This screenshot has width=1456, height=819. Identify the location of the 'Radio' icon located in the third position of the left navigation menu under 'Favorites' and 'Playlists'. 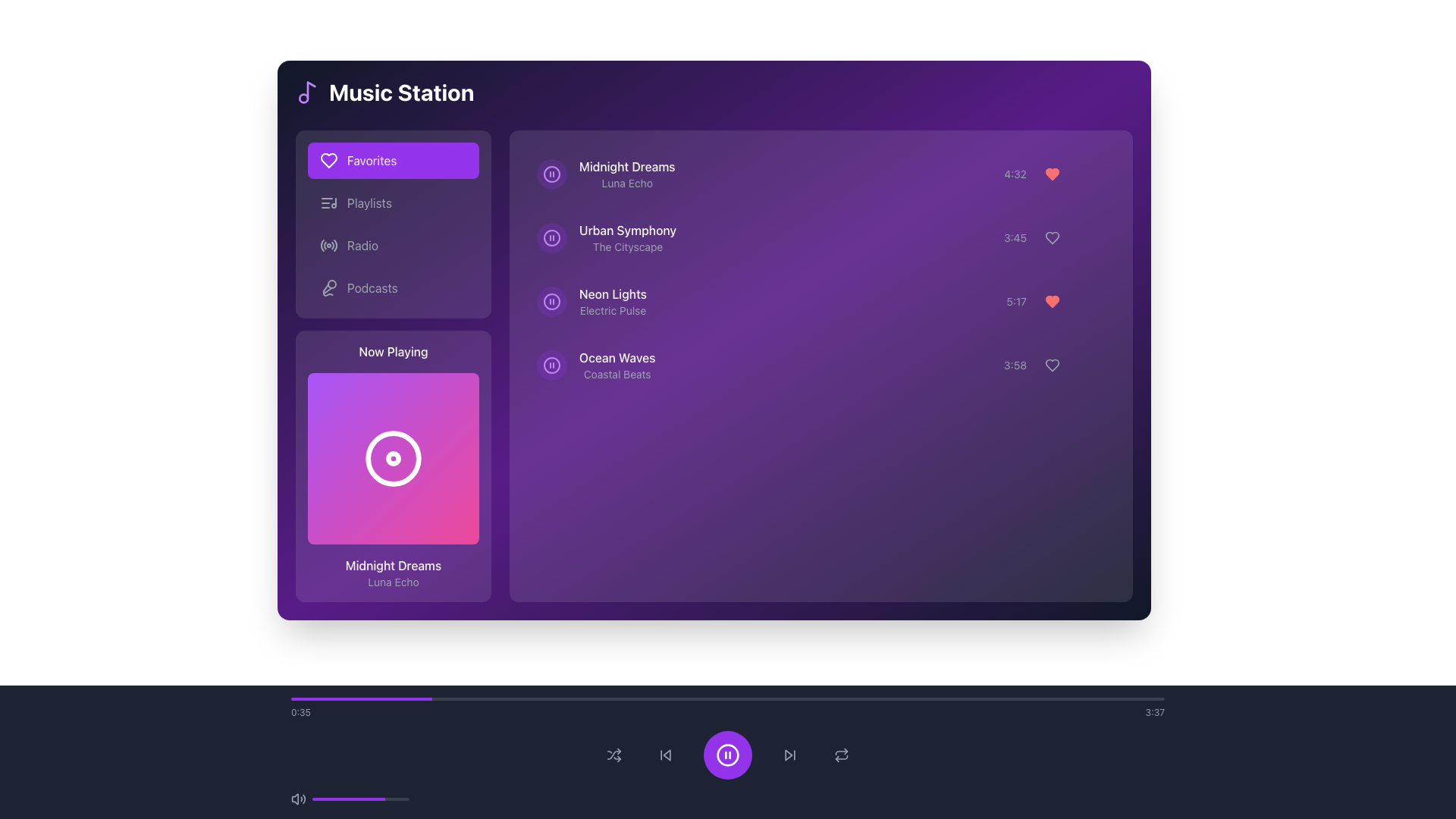
(328, 245).